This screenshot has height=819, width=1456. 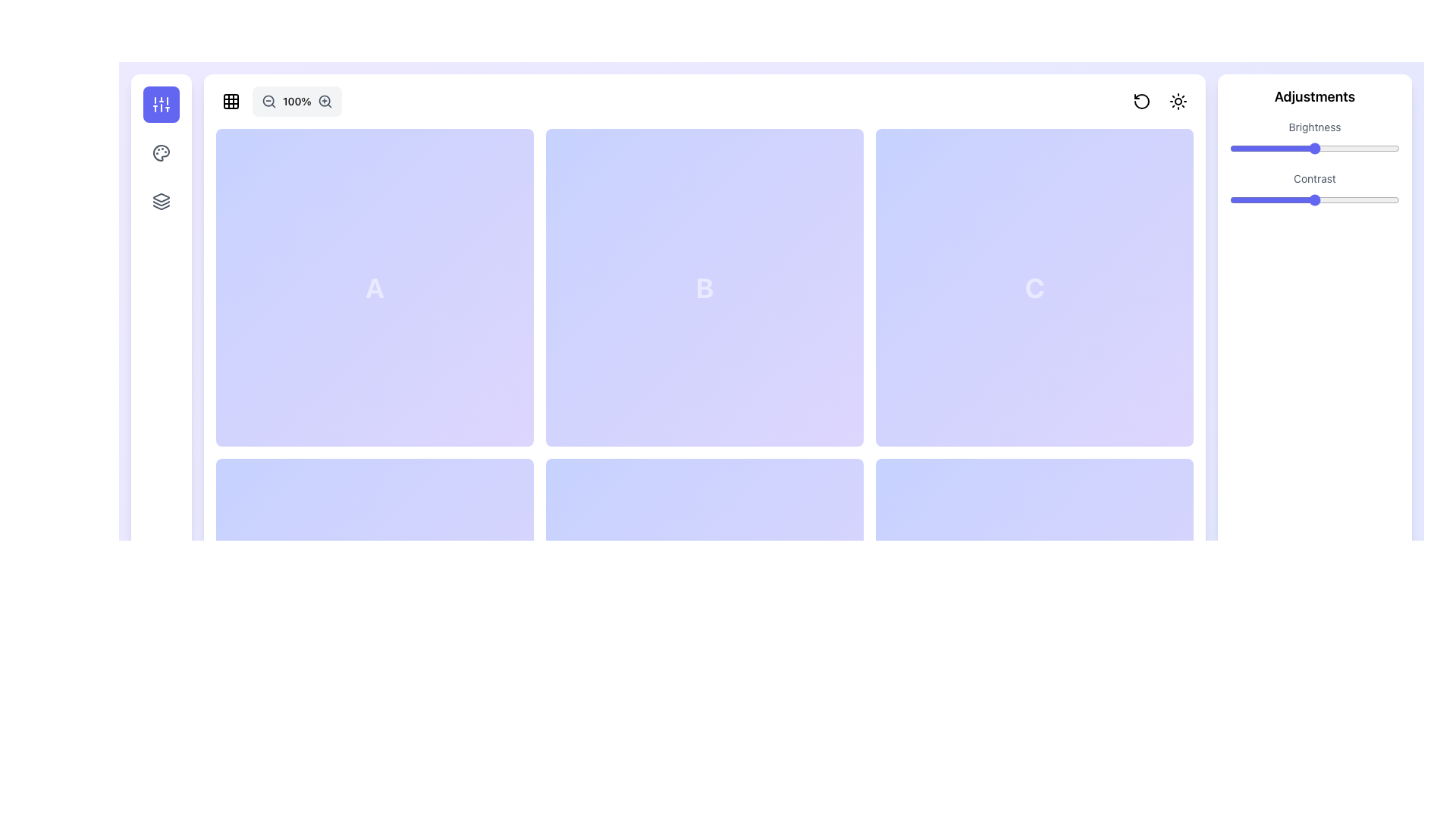 What do you see at coordinates (1142, 102) in the screenshot?
I see `the circular reset button with a counter-clockwise arrow to reset settings` at bounding box center [1142, 102].